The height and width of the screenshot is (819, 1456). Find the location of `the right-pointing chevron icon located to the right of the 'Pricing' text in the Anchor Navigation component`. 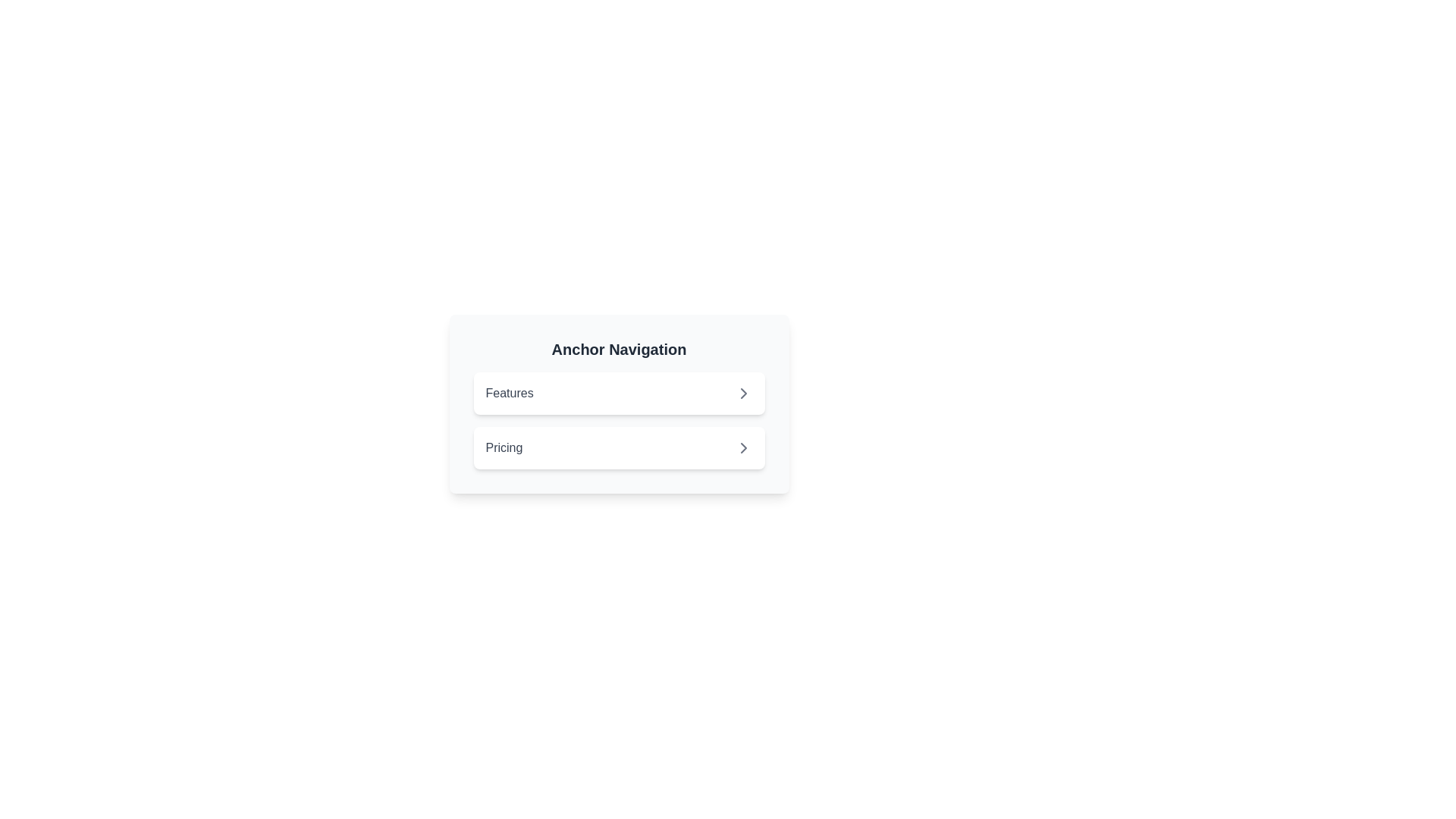

the right-pointing chevron icon located to the right of the 'Pricing' text in the Anchor Navigation component is located at coordinates (743, 447).